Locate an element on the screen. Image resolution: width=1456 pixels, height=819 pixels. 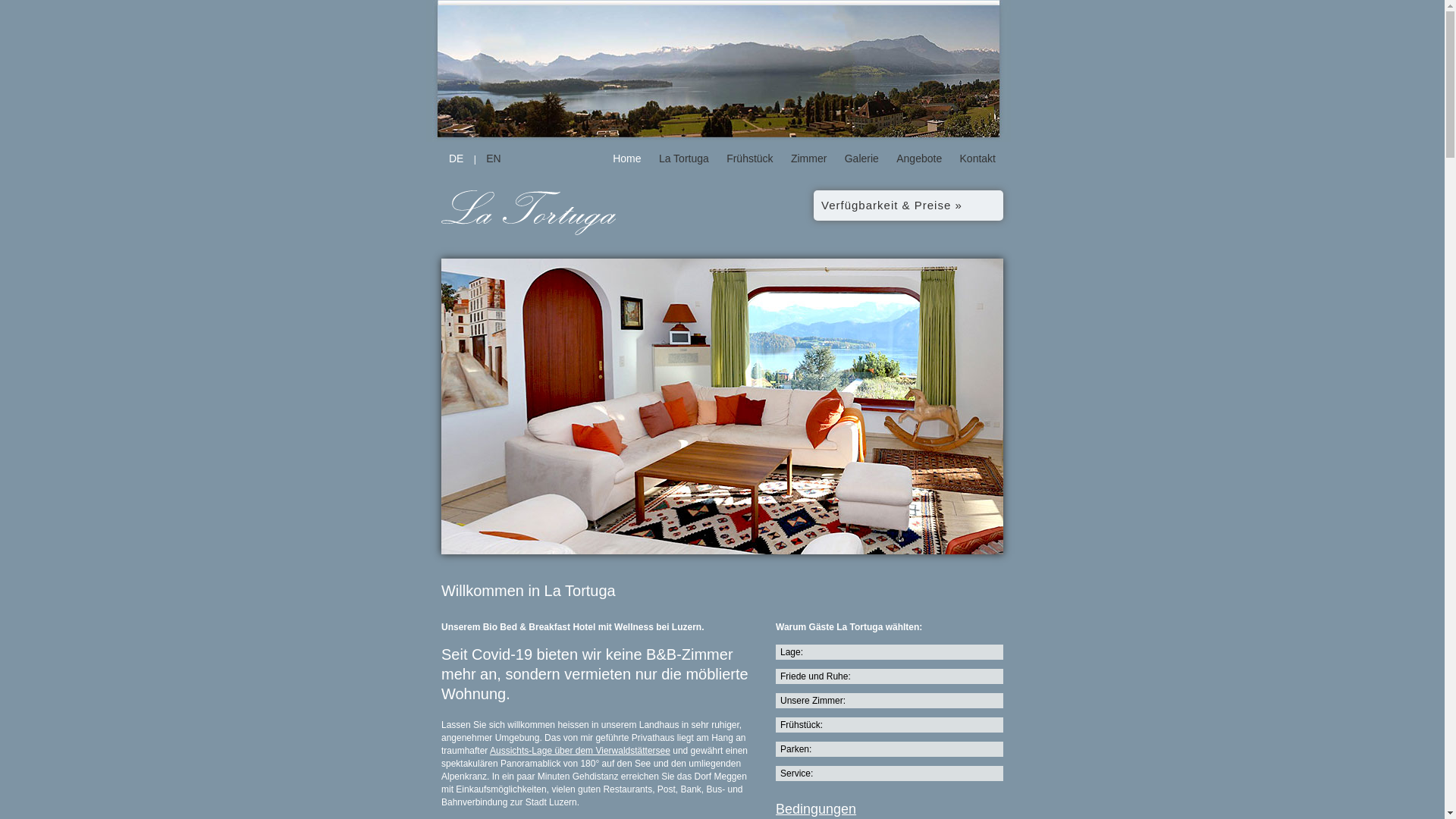
'Friede und Ruhe:' is located at coordinates (889, 675).